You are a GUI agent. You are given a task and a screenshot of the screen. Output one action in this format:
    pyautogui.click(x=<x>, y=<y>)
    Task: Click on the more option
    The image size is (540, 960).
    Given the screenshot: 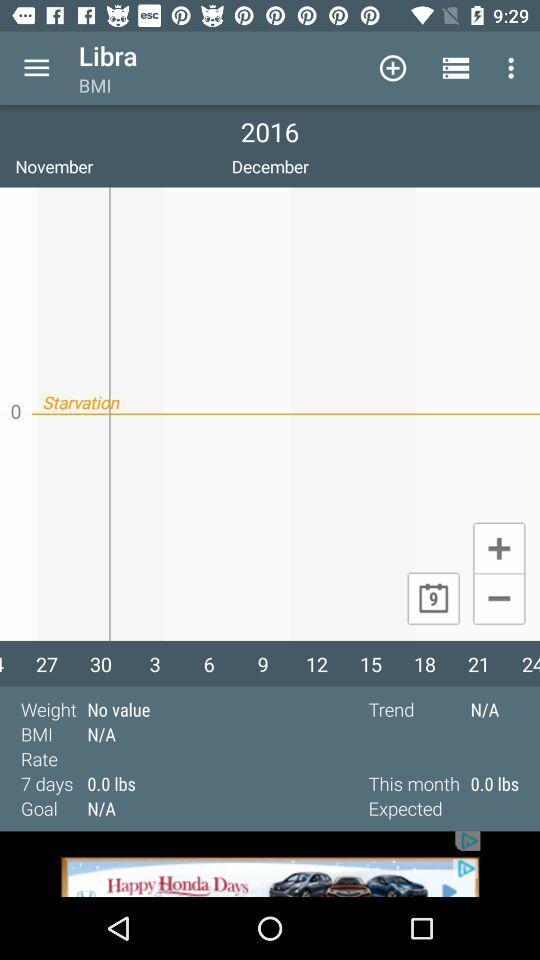 What is the action you would take?
    pyautogui.click(x=36, y=68)
    